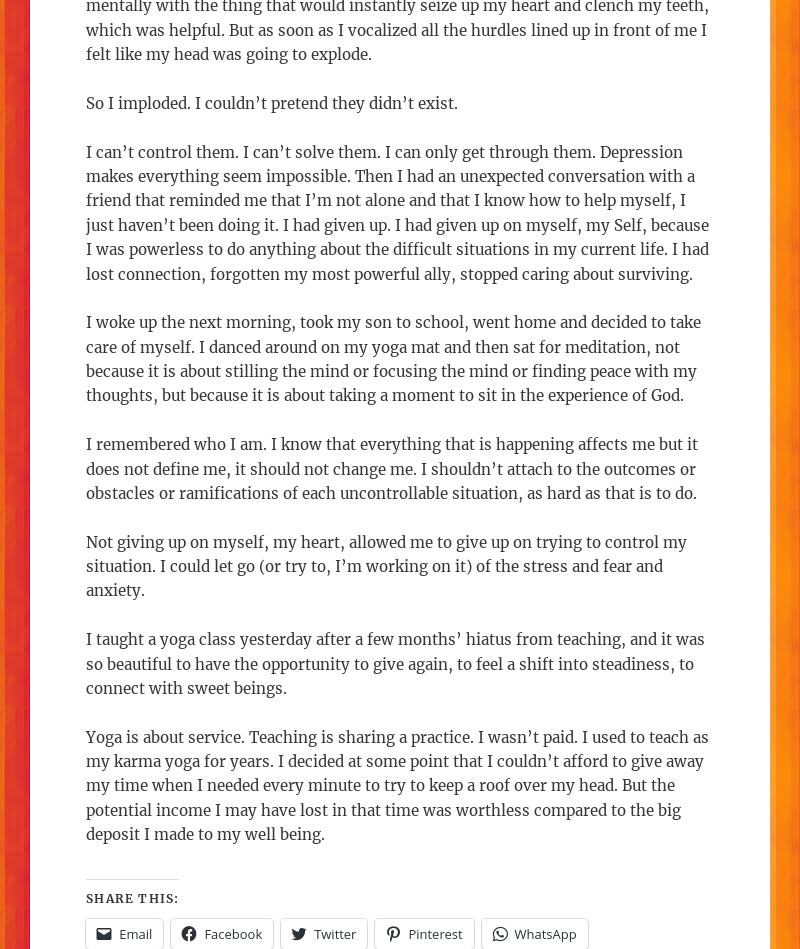 The width and height of the screenshot is (800, 949). Describe the element at coordinates (433, 931) in the screenshot. I see `'Pinterest'` at that location.